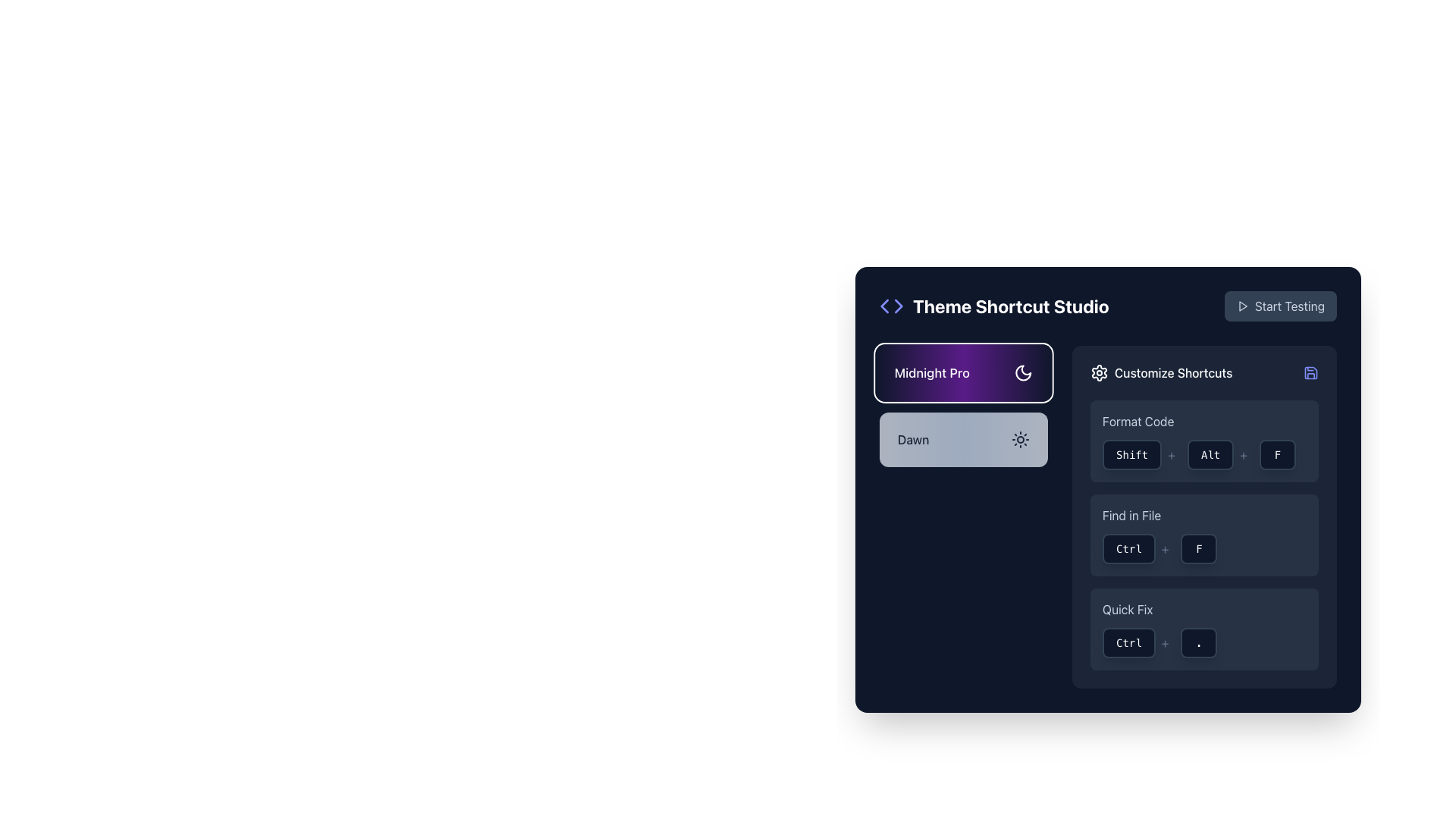 The image size is (1456, 819). What do you see at coordinates (1142, 454) in the screenshot?
I see `the 'Shift' text-styled button in the 'Customize Shortcuts' section, which features a dark background and white monospace text, positioned to the left of the '+' separator` at bounding box center [1142, 454].